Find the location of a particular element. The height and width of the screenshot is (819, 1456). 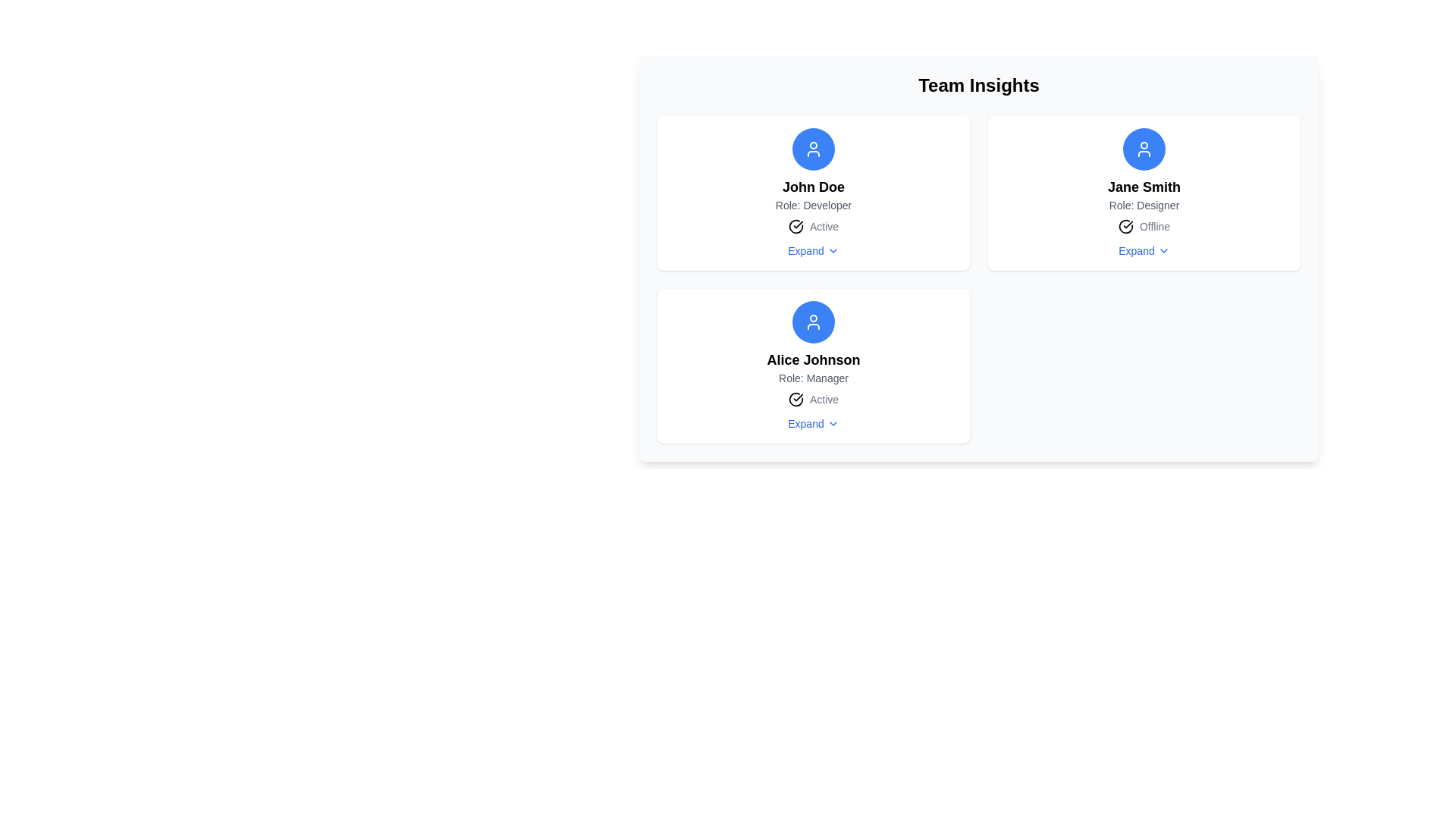

the Profile card displaying user details, located in the second column of the grid layout is located at coordinates (1144, 192).